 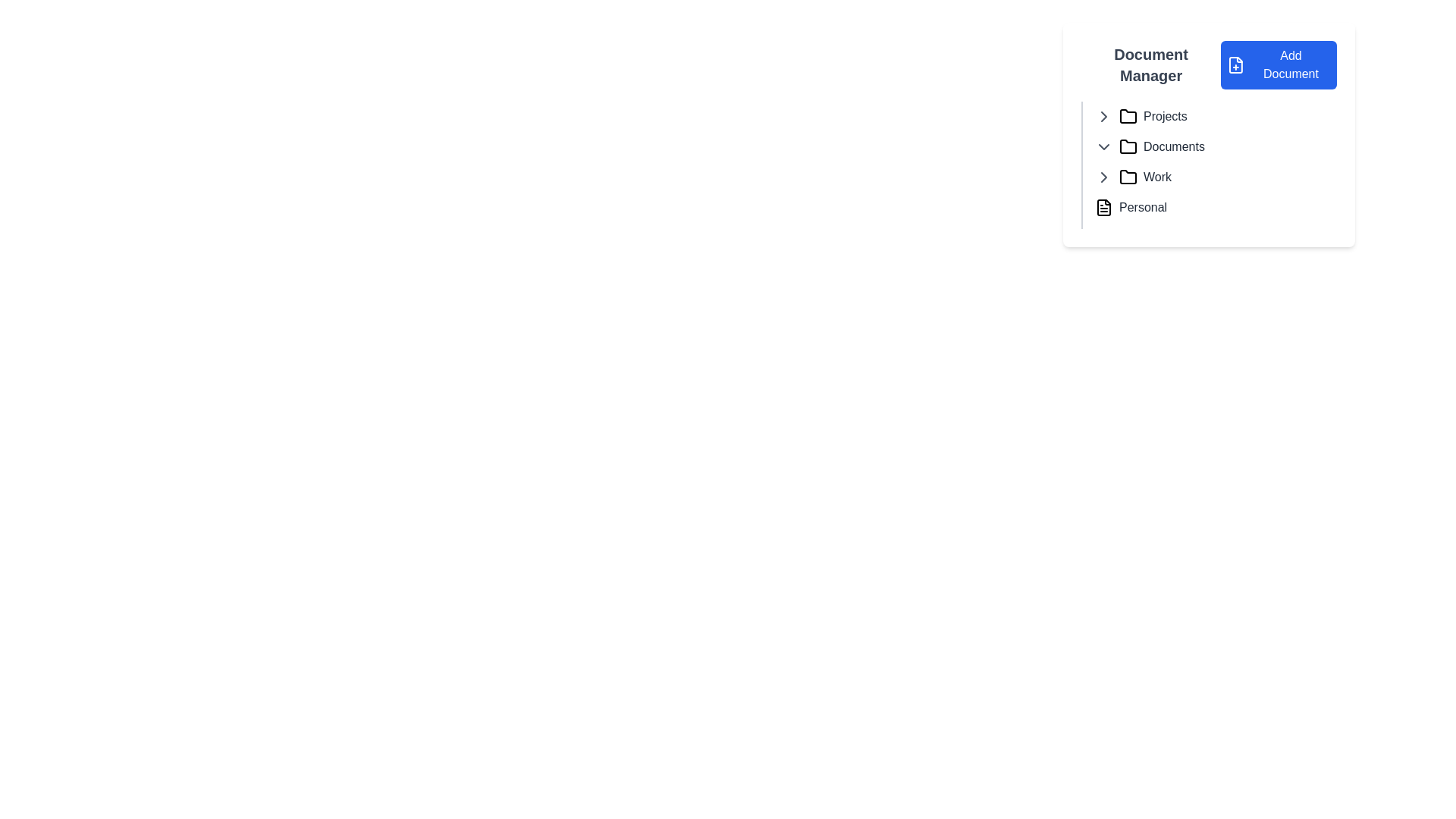 What do you see at coordinates (1128, 115) in the screenshot?
I see `the folder icon labeled 'Projects' in the 'Document Manager' section, which is represented by a simple black outline with rounded corners` at bounding box center [1128, 115].